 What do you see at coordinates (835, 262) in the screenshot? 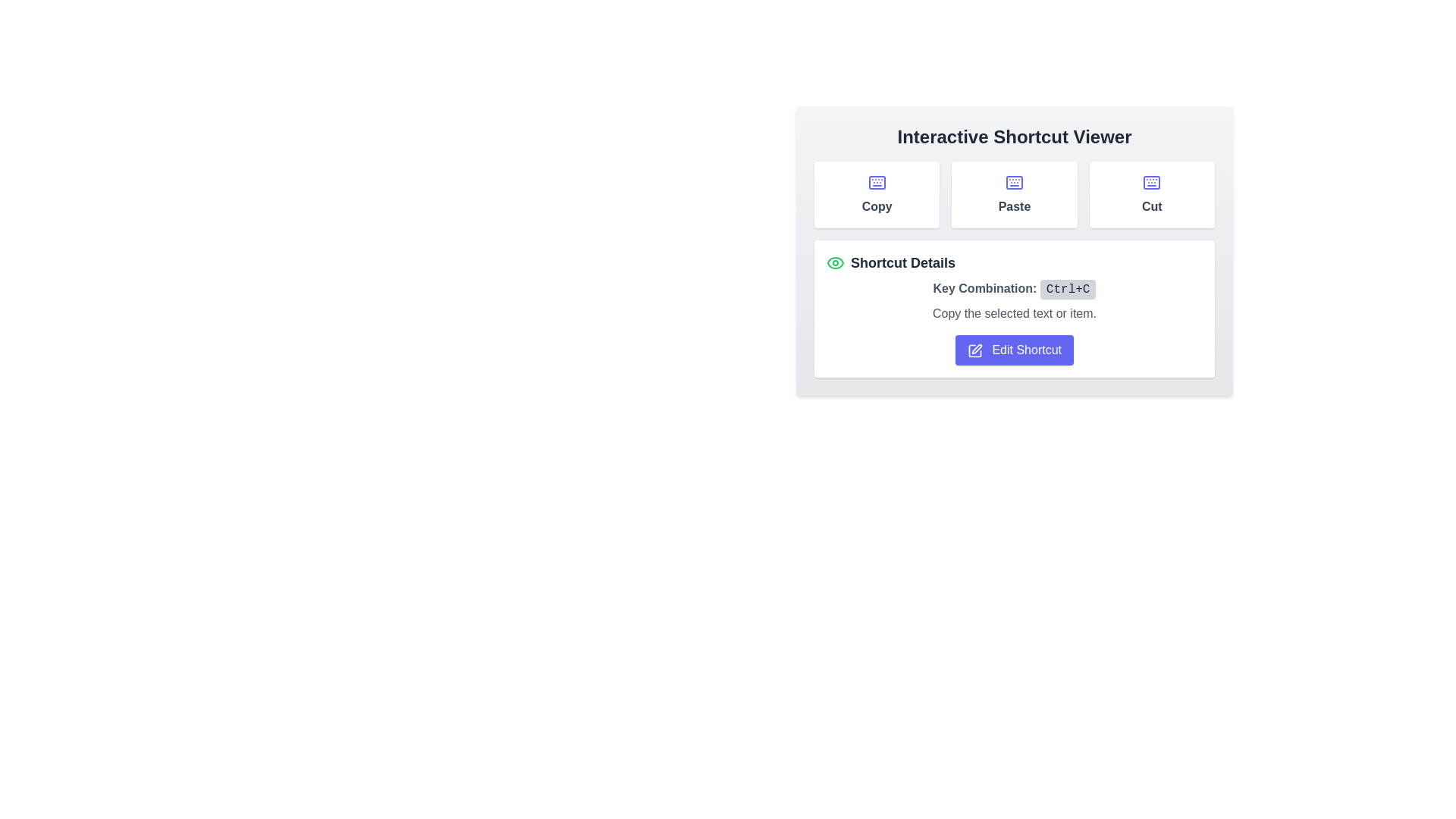
I see `the eye icon located to the left of the 'Shortcut Details' title in the 'Interactive Shortcut Viewer' box` at bounding box center [835, 262].